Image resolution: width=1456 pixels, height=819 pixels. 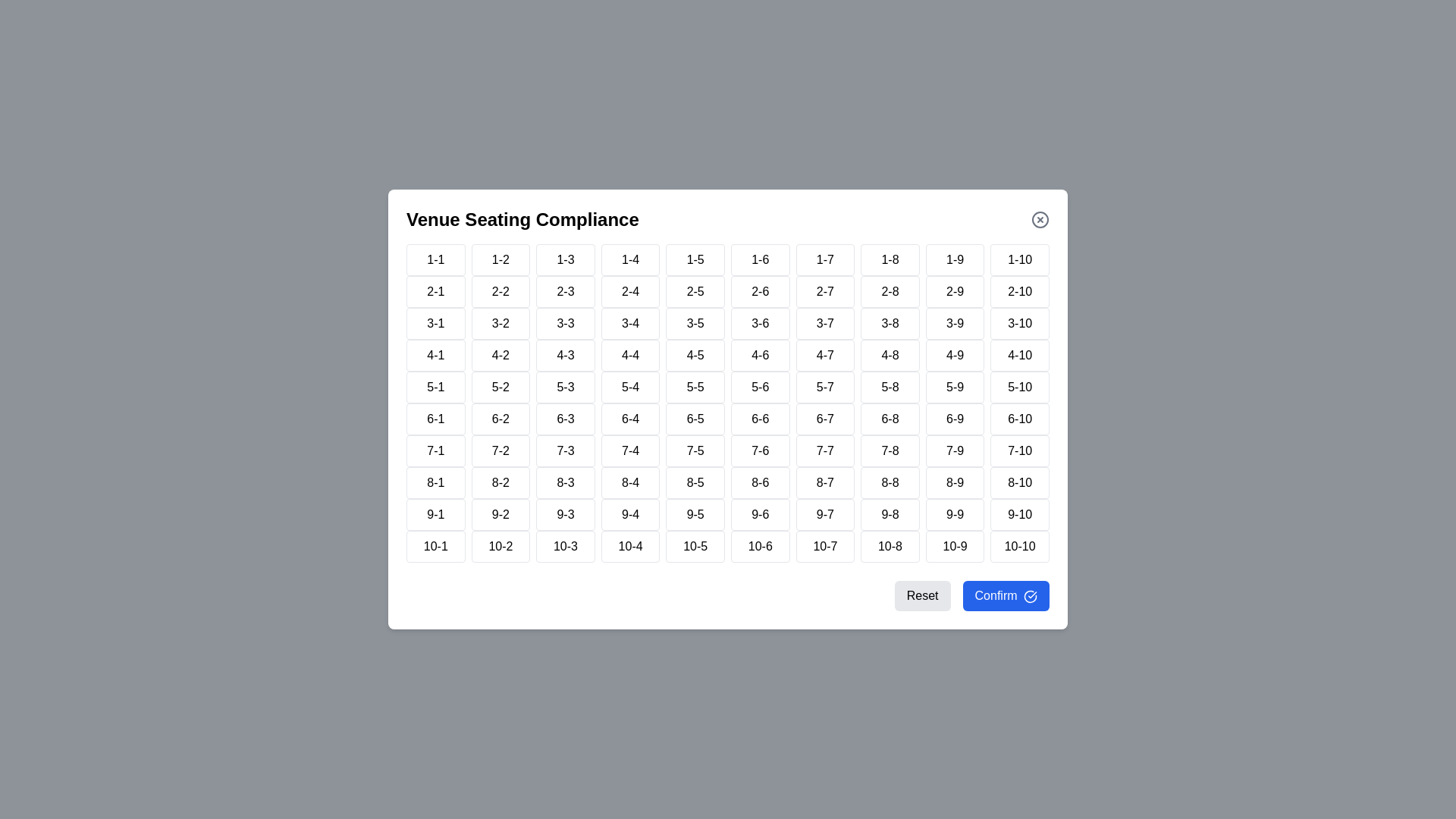 I want to click on the 'Confirm' button to confirm the selected seat, so click(x=1005, y=595).